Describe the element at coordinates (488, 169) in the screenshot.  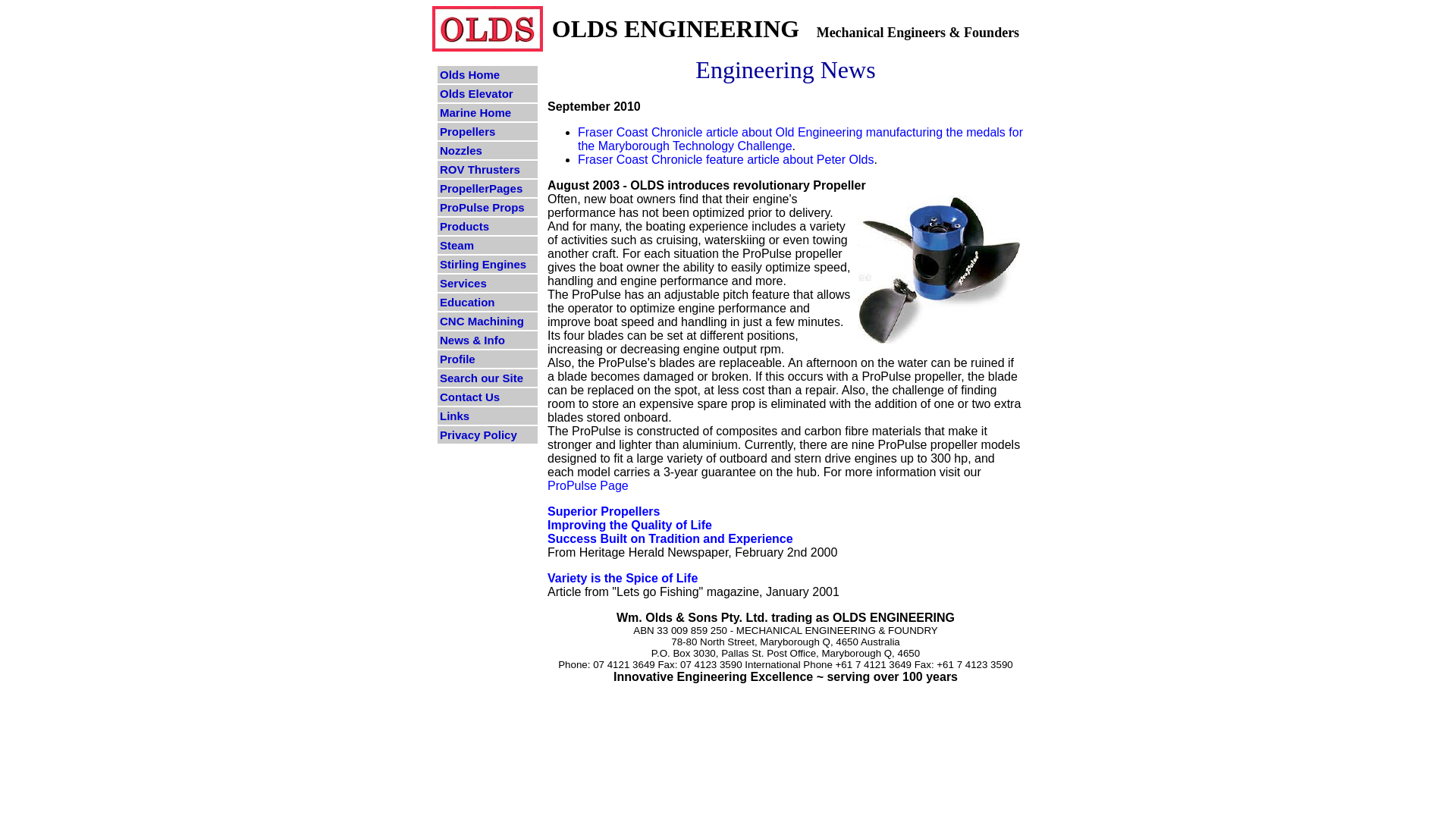
I see `'ROV Thrusters'` at that location.